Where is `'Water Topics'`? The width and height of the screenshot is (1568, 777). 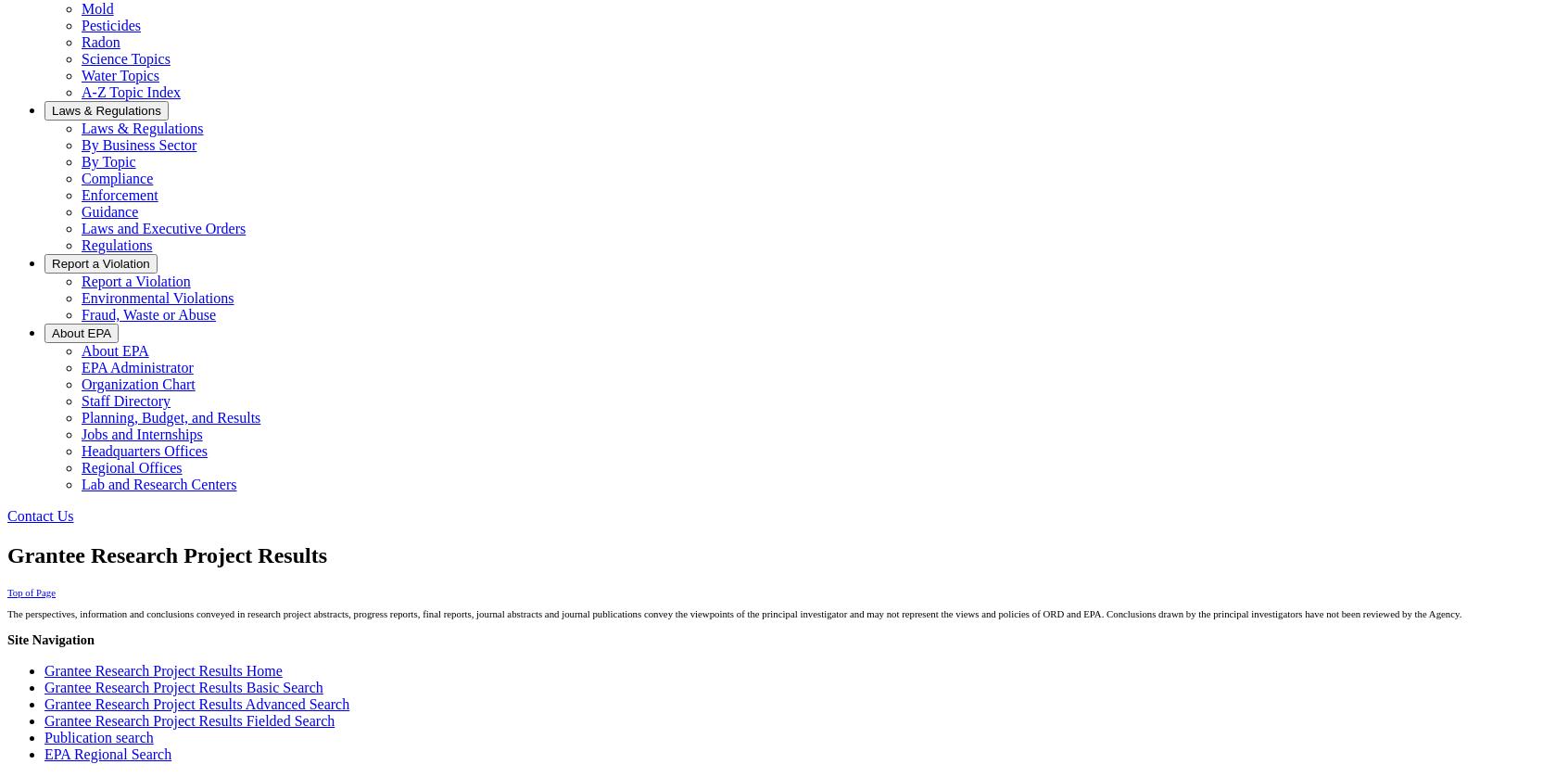 'Water Topics' is located at coordinates (120, 75).